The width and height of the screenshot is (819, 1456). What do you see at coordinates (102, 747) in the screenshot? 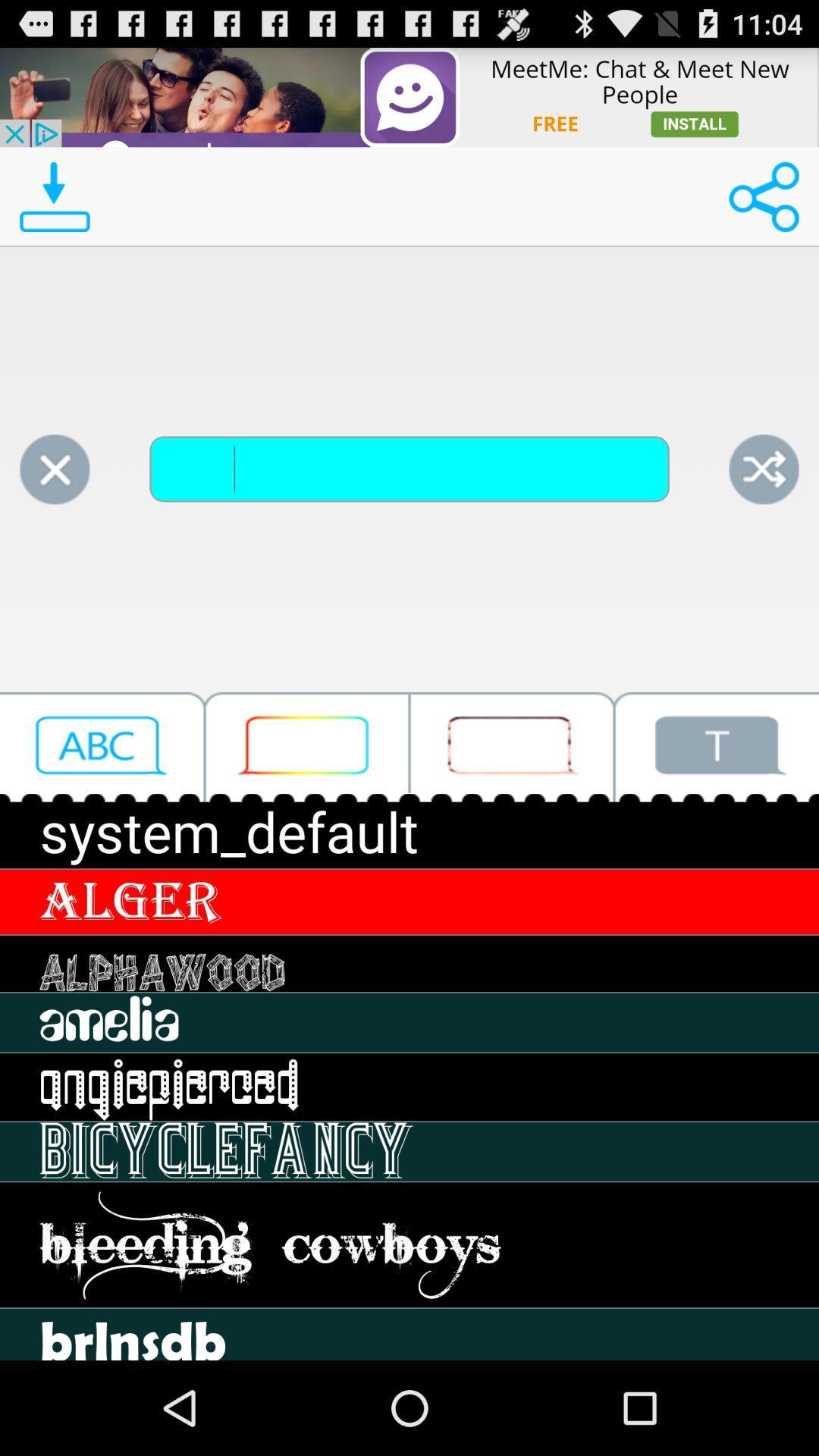
I see `open the font selection menu` at bounding box center [102, 747].